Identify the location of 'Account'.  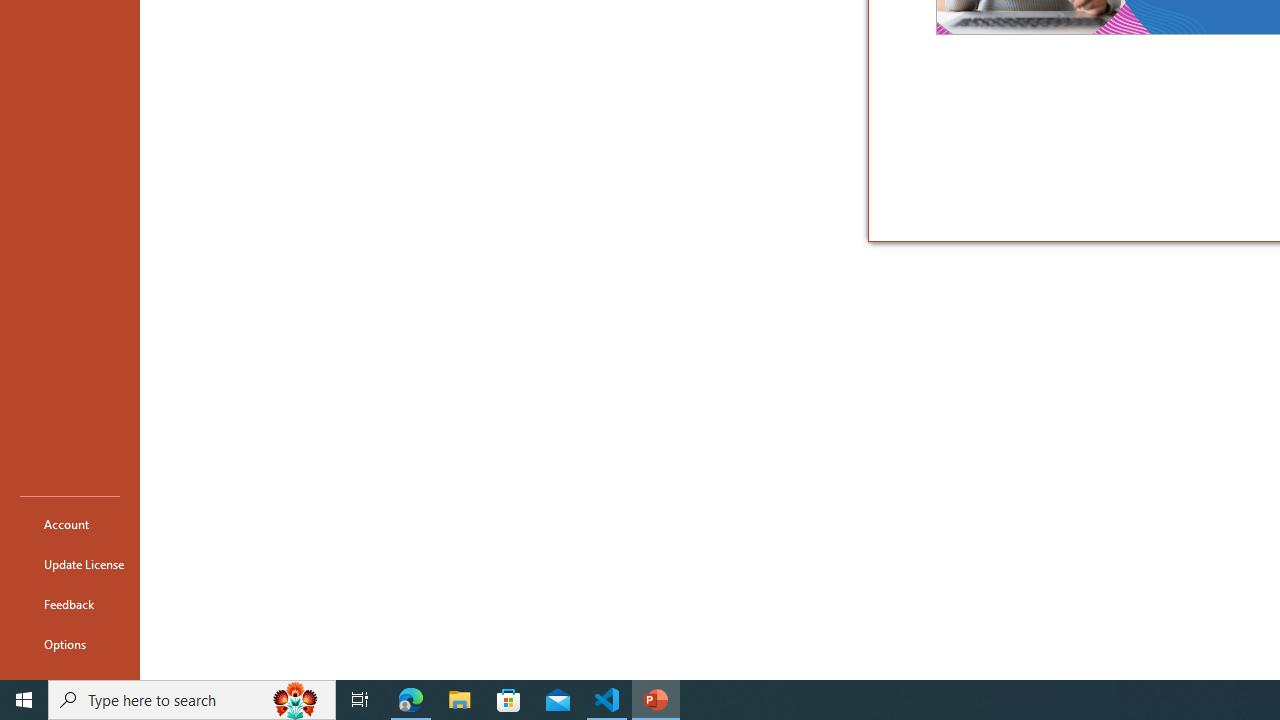
(69, 523).